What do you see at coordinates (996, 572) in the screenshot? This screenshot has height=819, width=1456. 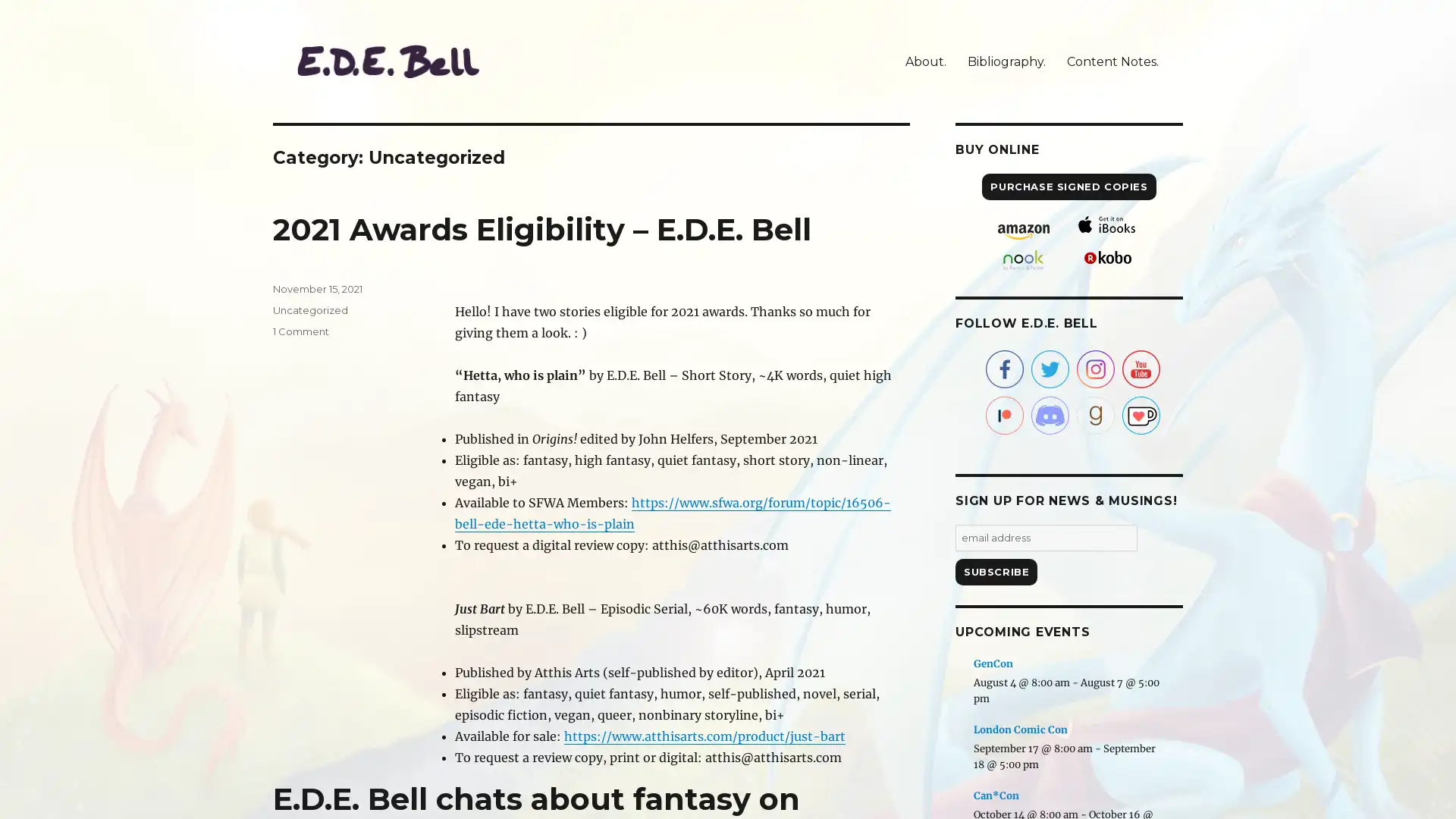 I see `Subscribe` at bounding box center [996, 572].